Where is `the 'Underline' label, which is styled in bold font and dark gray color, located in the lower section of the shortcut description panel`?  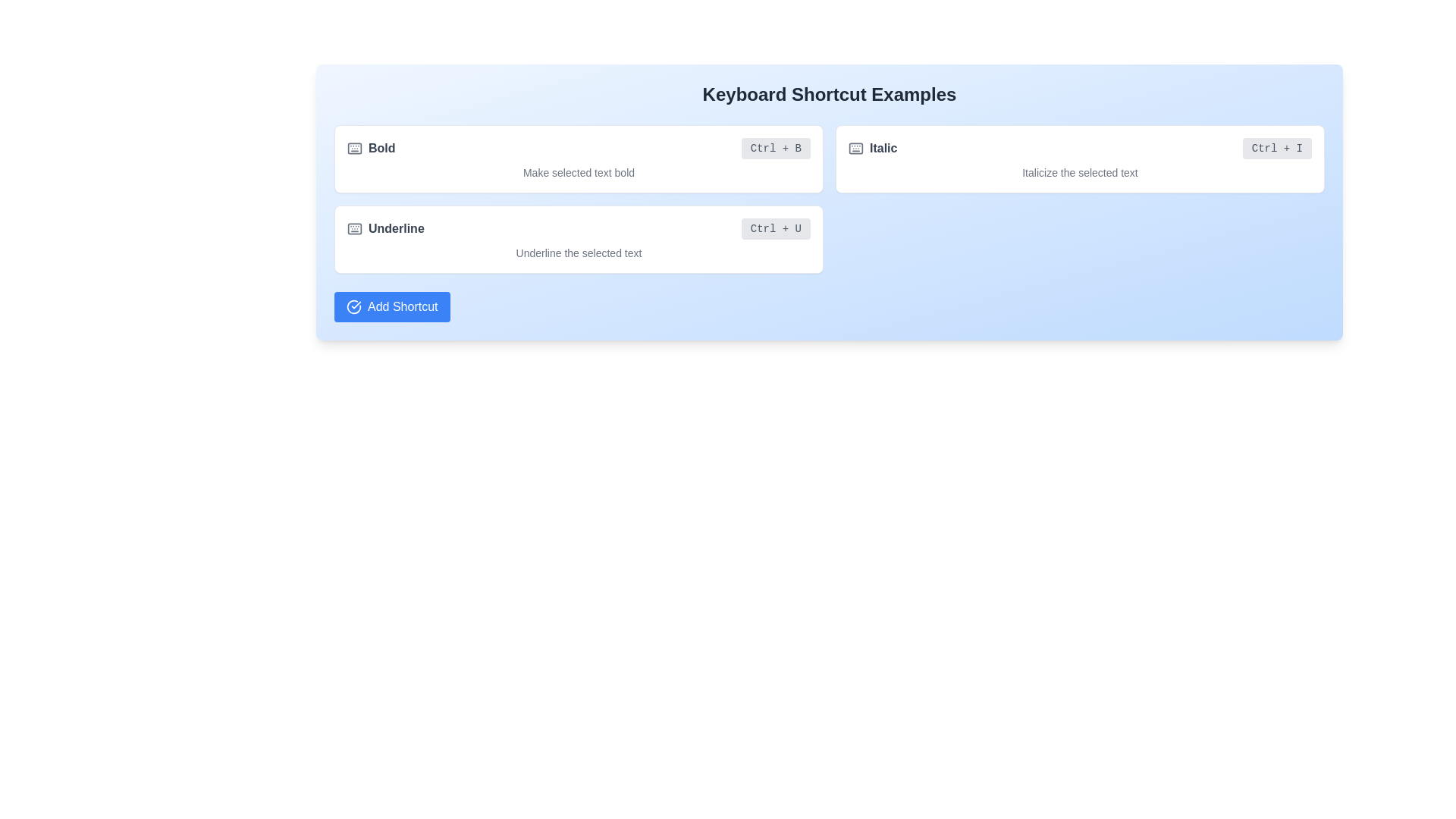 the 'Underline' label, which is styled in bold font and dark gray color, located in the lower section of the shortcut description panel is located at coordinates (396, 228).